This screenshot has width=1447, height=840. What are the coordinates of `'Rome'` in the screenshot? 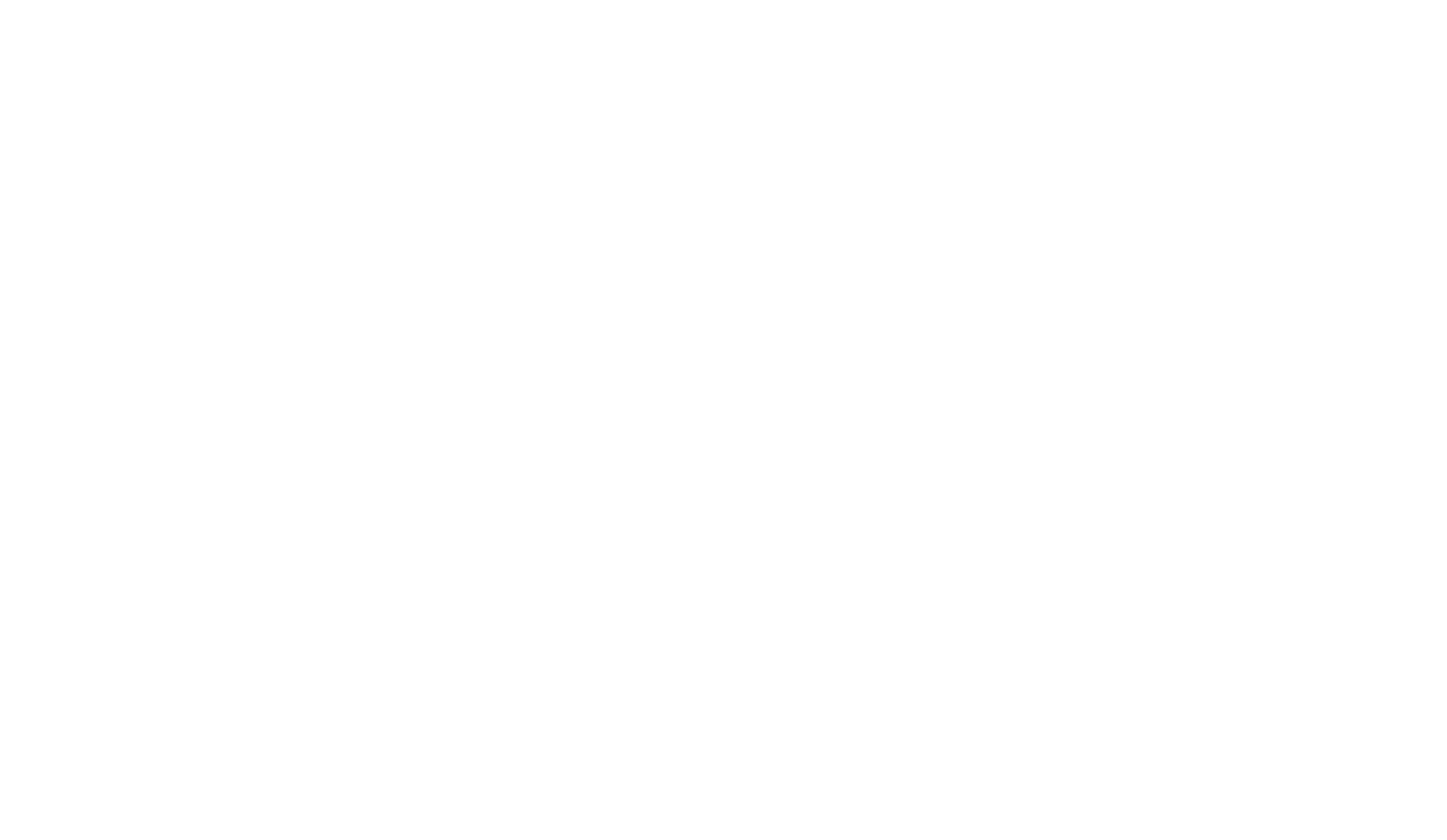 It's located at (1097, 120).